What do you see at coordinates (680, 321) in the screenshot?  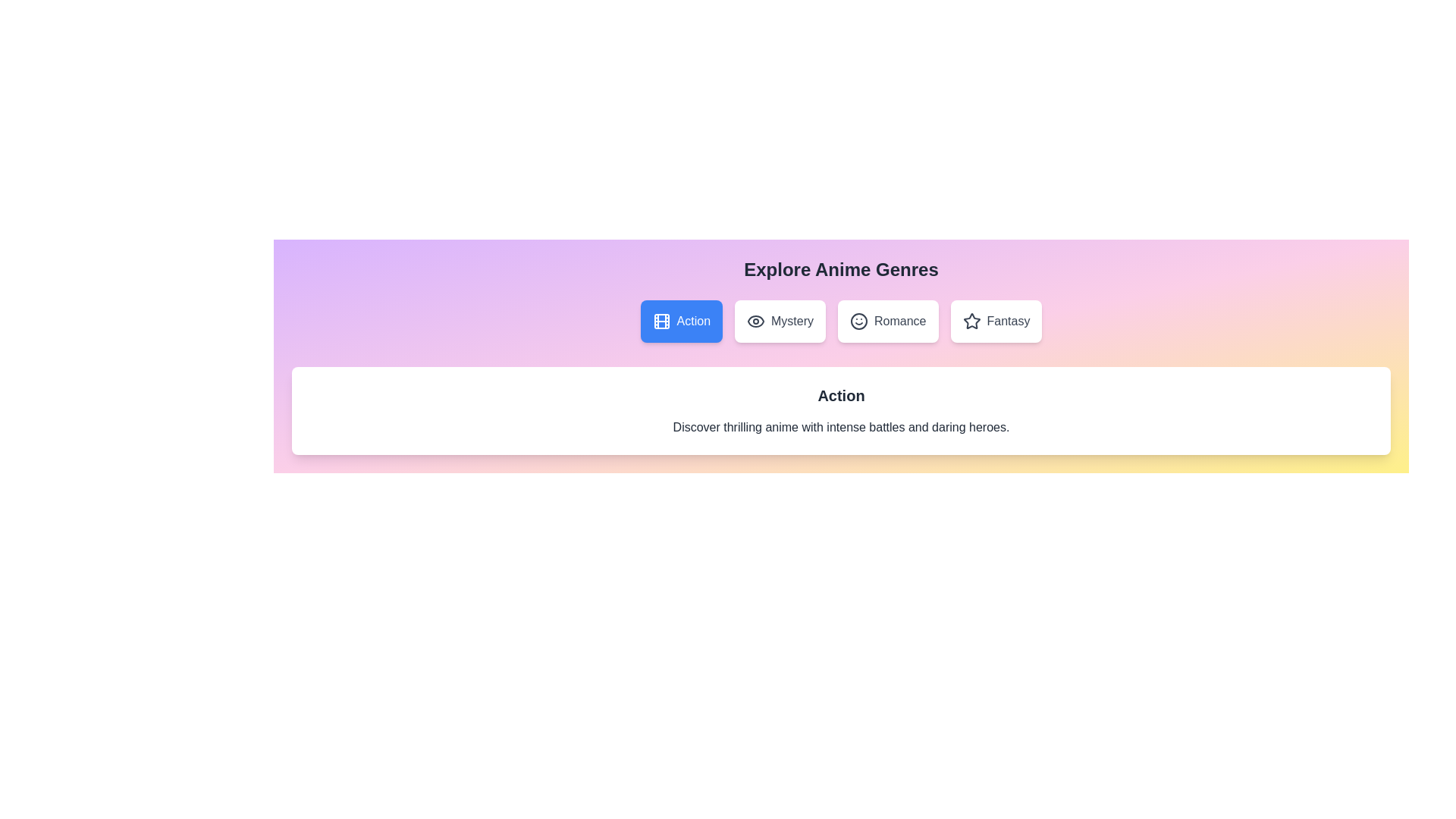 I see `the Action tab by clicking on it` at bounding box center [680, 321].